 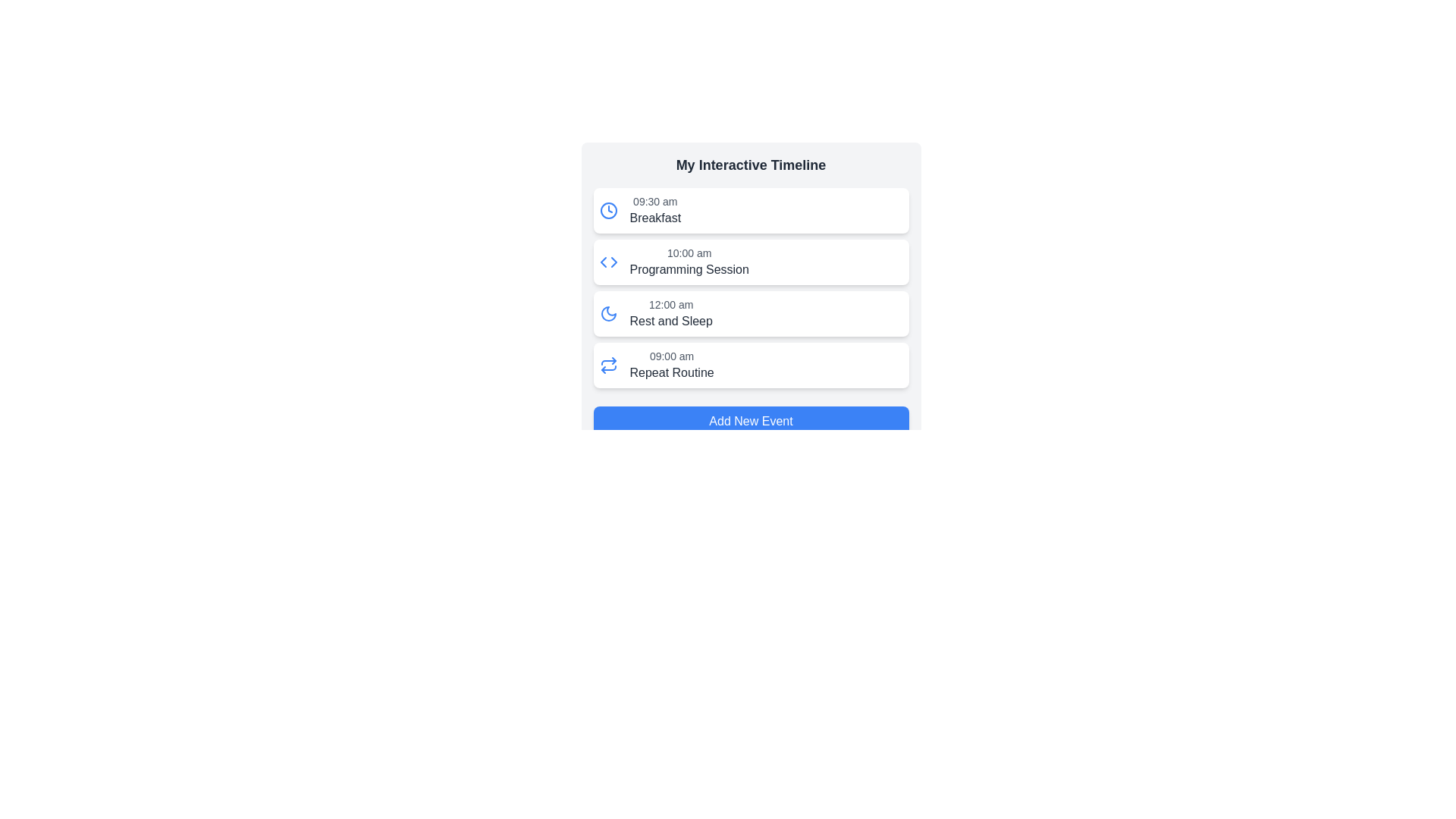 What do you see at coordinates (671, 366) in the screenshot?
I see `the adjacent interactive repeat icon next to the 'Repeat Routine' text display element, which shows a timestamp of '09:00 am' in a smaller gray font above the bold black text` at bounding box center [671, 366].